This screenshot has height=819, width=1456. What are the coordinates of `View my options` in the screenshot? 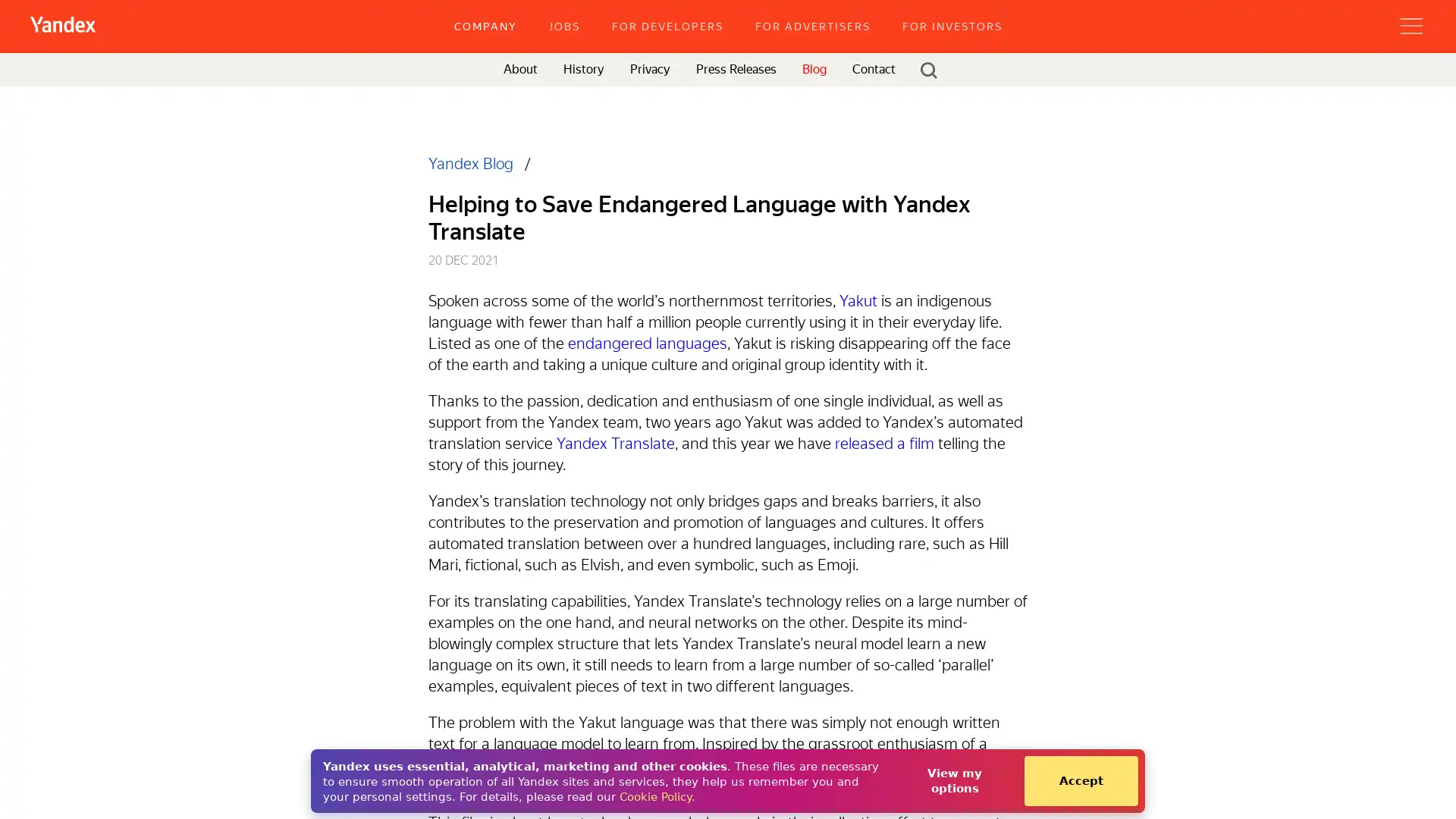 It's located at (953, 780).